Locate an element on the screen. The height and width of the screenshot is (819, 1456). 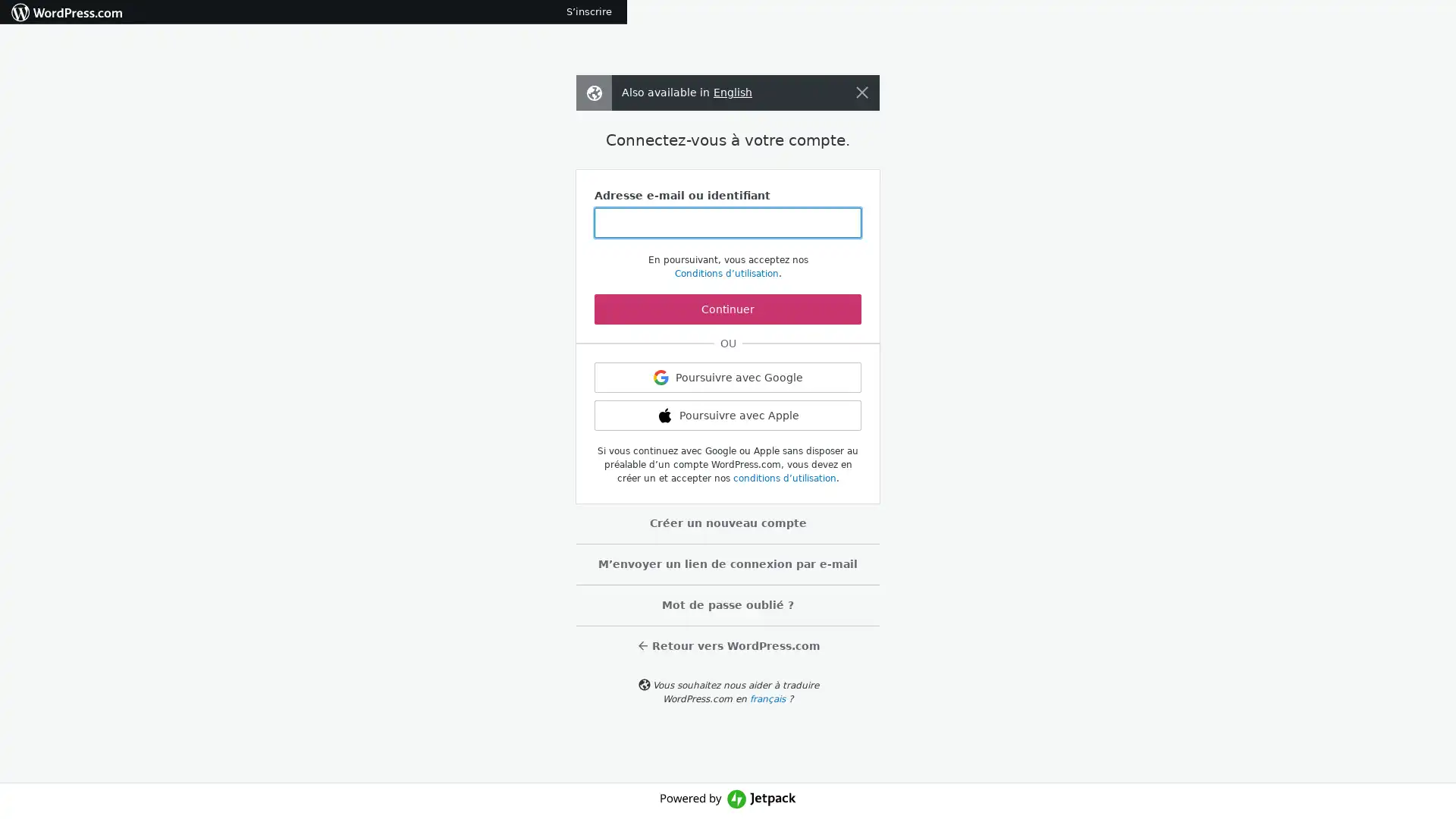
Continuer is located at coordinates (728, 309).